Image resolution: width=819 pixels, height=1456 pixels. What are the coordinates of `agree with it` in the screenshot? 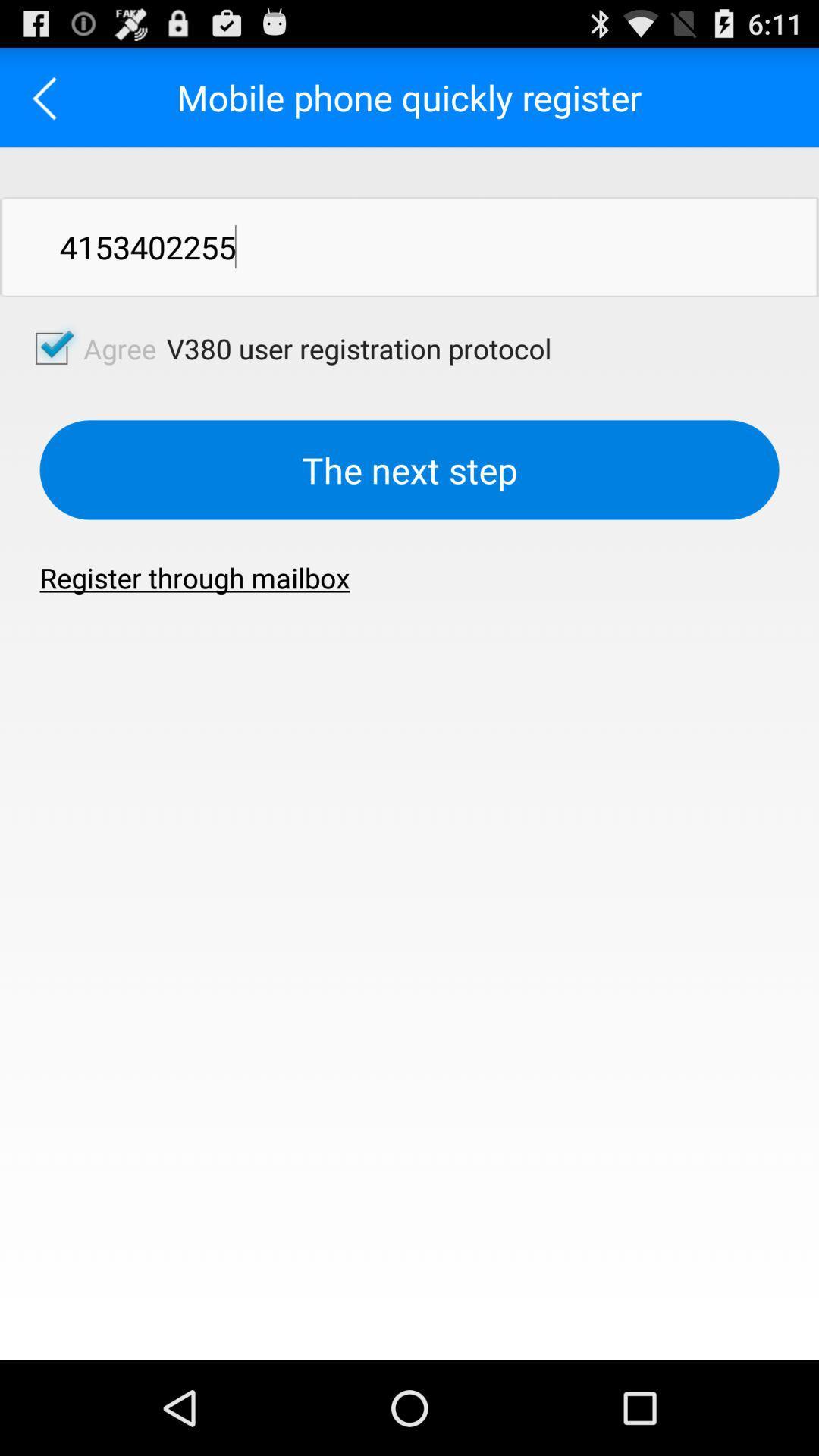 It's located at (51, 347).